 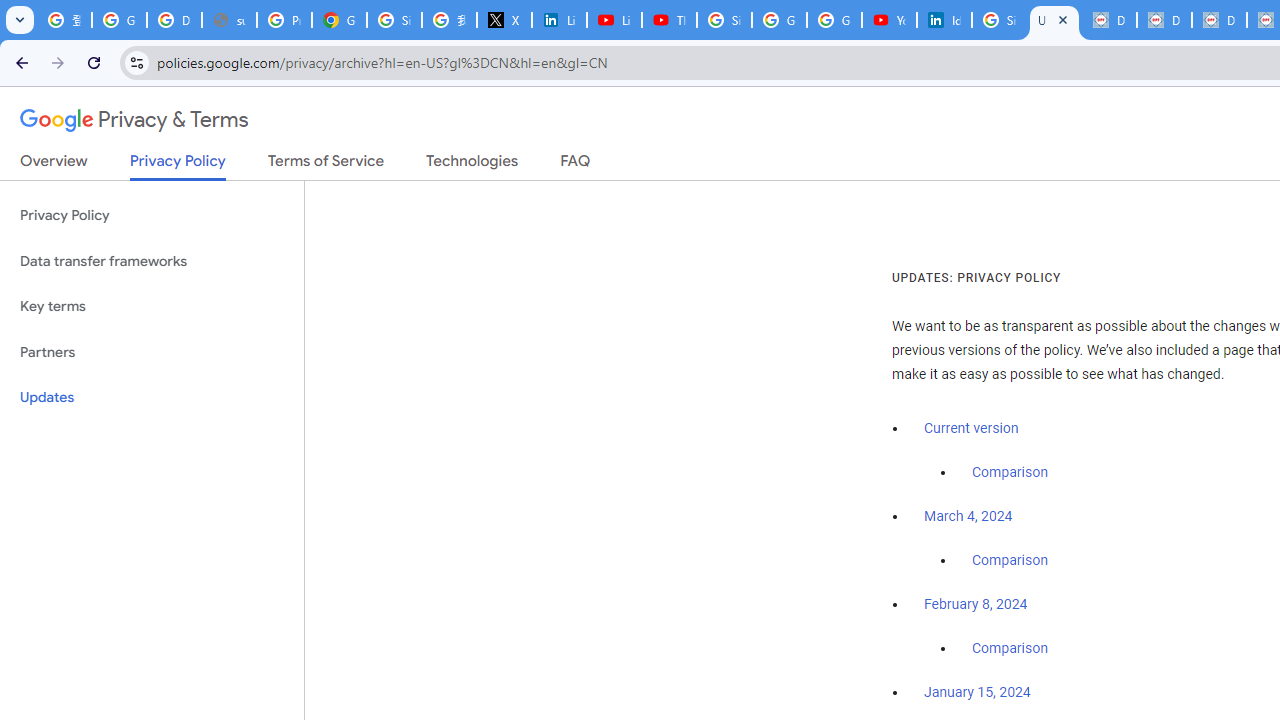 What do you see at coordinates (134, 120) in the screenshot?
I see `'Privacy & Terms'` at bounding box center [134, 120].